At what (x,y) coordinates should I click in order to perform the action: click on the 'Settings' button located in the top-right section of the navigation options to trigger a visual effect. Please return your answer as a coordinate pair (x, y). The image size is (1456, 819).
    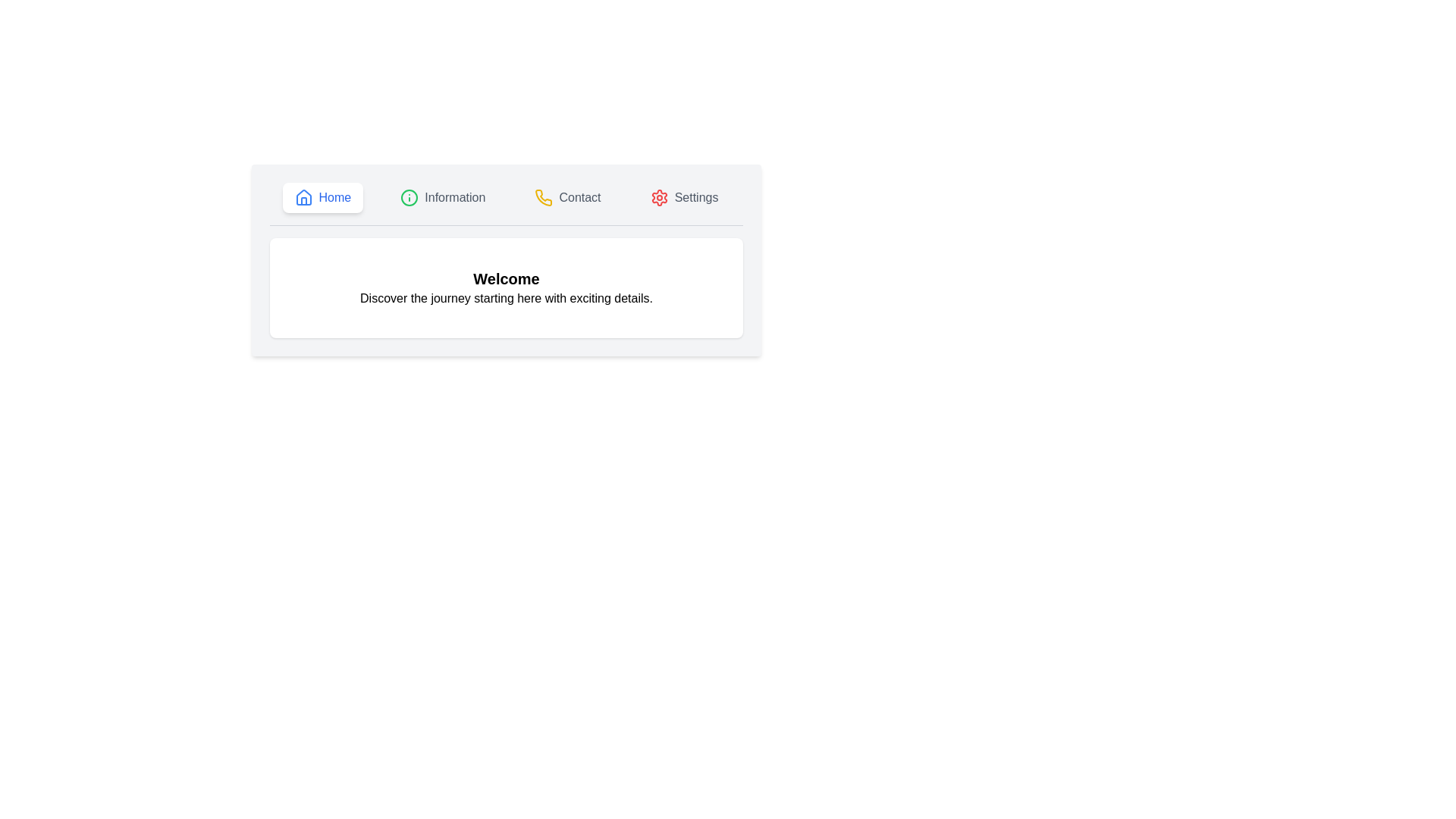
    Looking at the image, I should click on (683, 197).